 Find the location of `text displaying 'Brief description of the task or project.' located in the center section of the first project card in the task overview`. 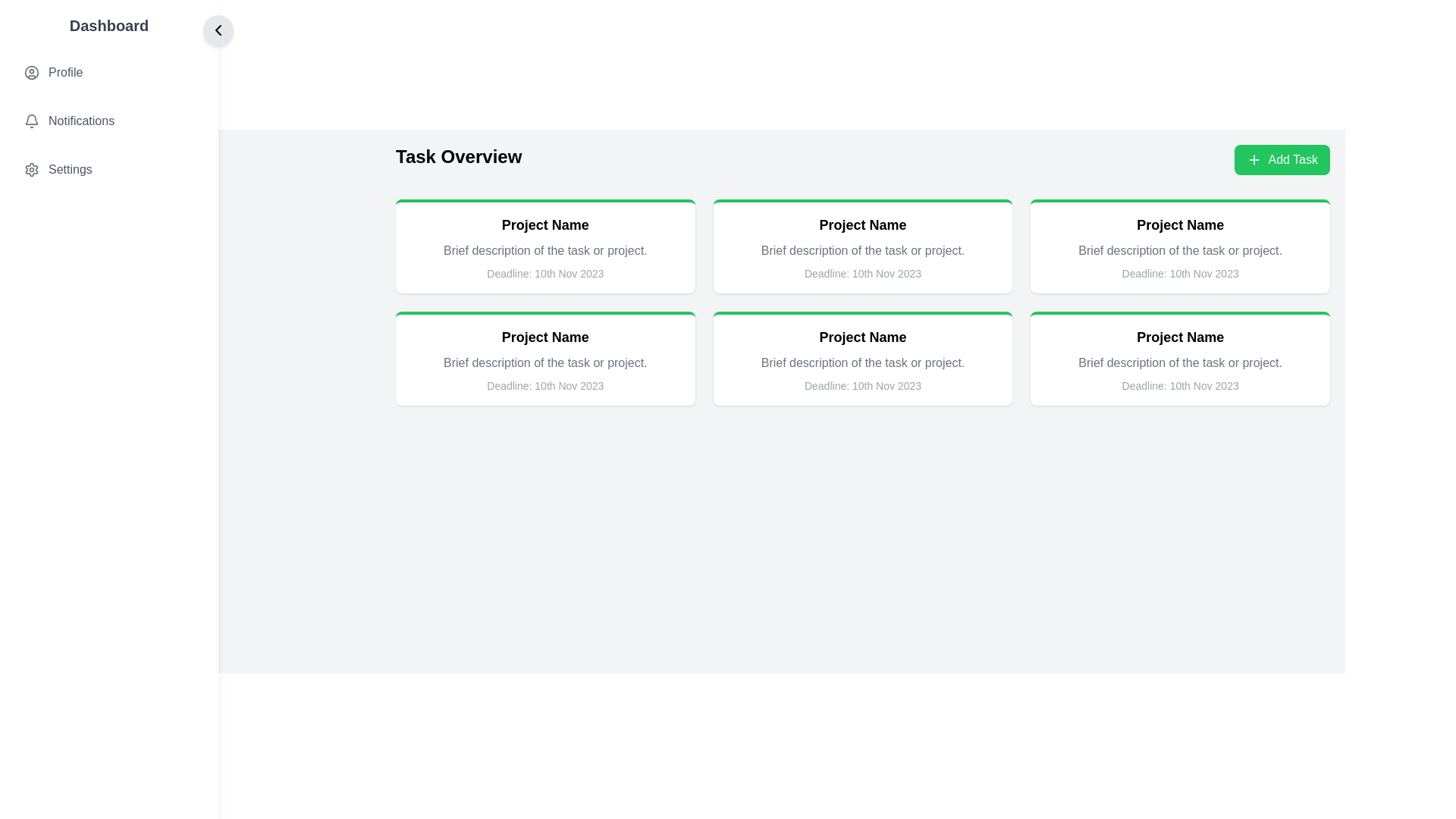

text displaying 'Brief description of the task or project.' located in the center section of the first project card in the task overview is located at coordinates (545, 250).